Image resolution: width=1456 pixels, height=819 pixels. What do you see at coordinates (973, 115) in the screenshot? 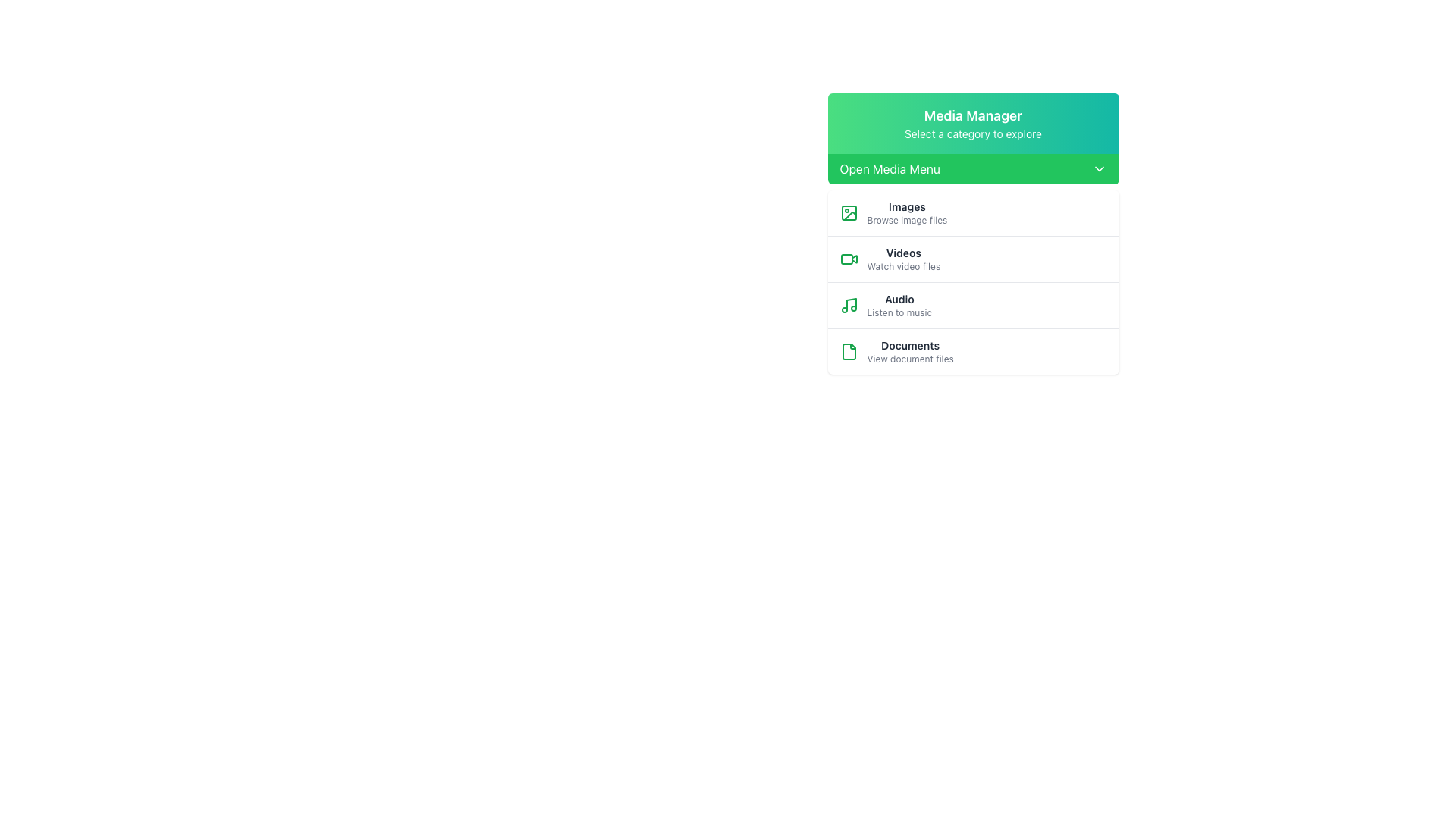
I see `the text label 'Media Manager' which is prominently displayed in bold with a gradient green background, located at the center of the header section` at bounding box center [973, 115].